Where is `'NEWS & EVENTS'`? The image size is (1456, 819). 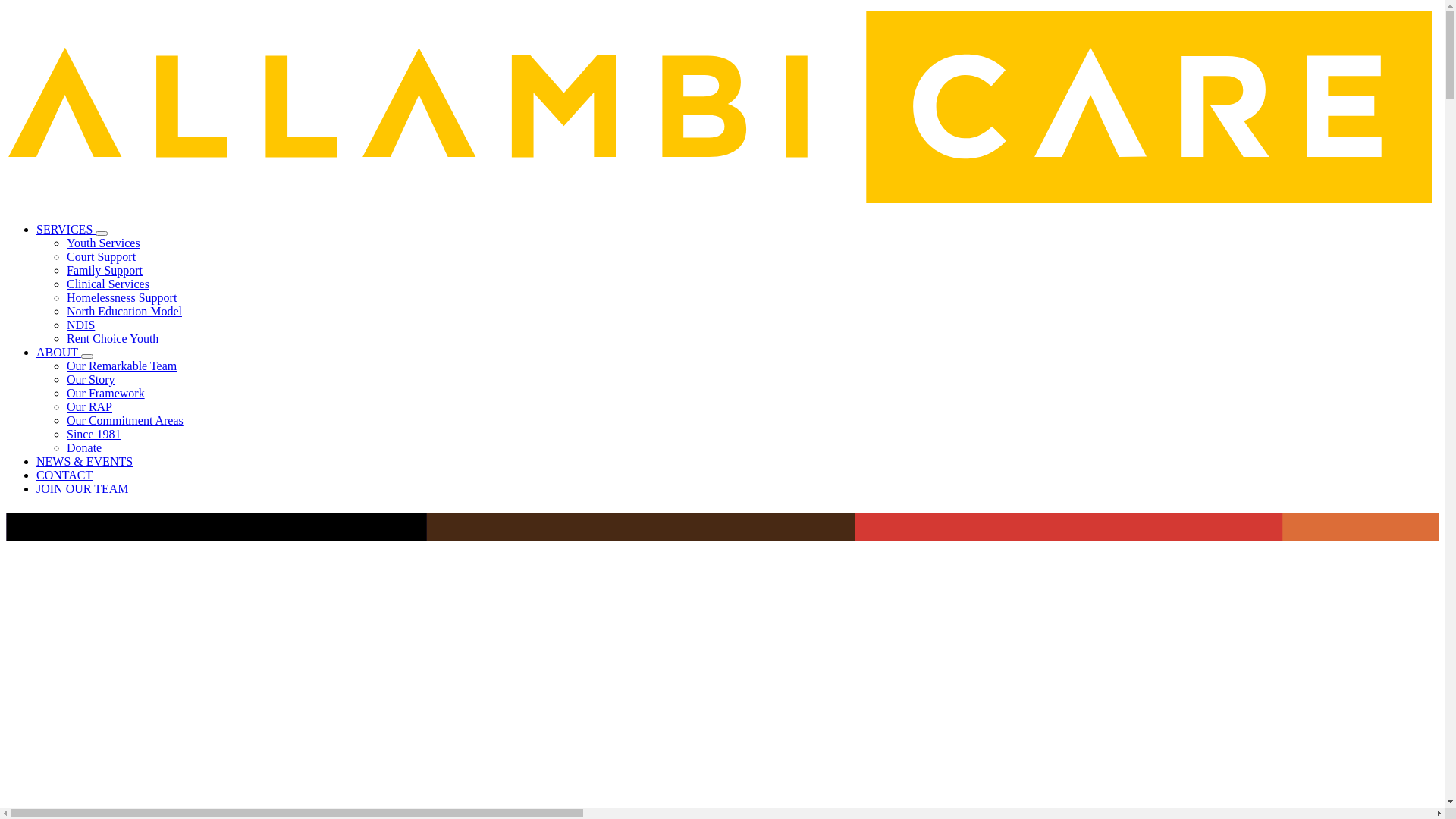 'NEWS & EVENTS' is located at coordinates (36, 460).